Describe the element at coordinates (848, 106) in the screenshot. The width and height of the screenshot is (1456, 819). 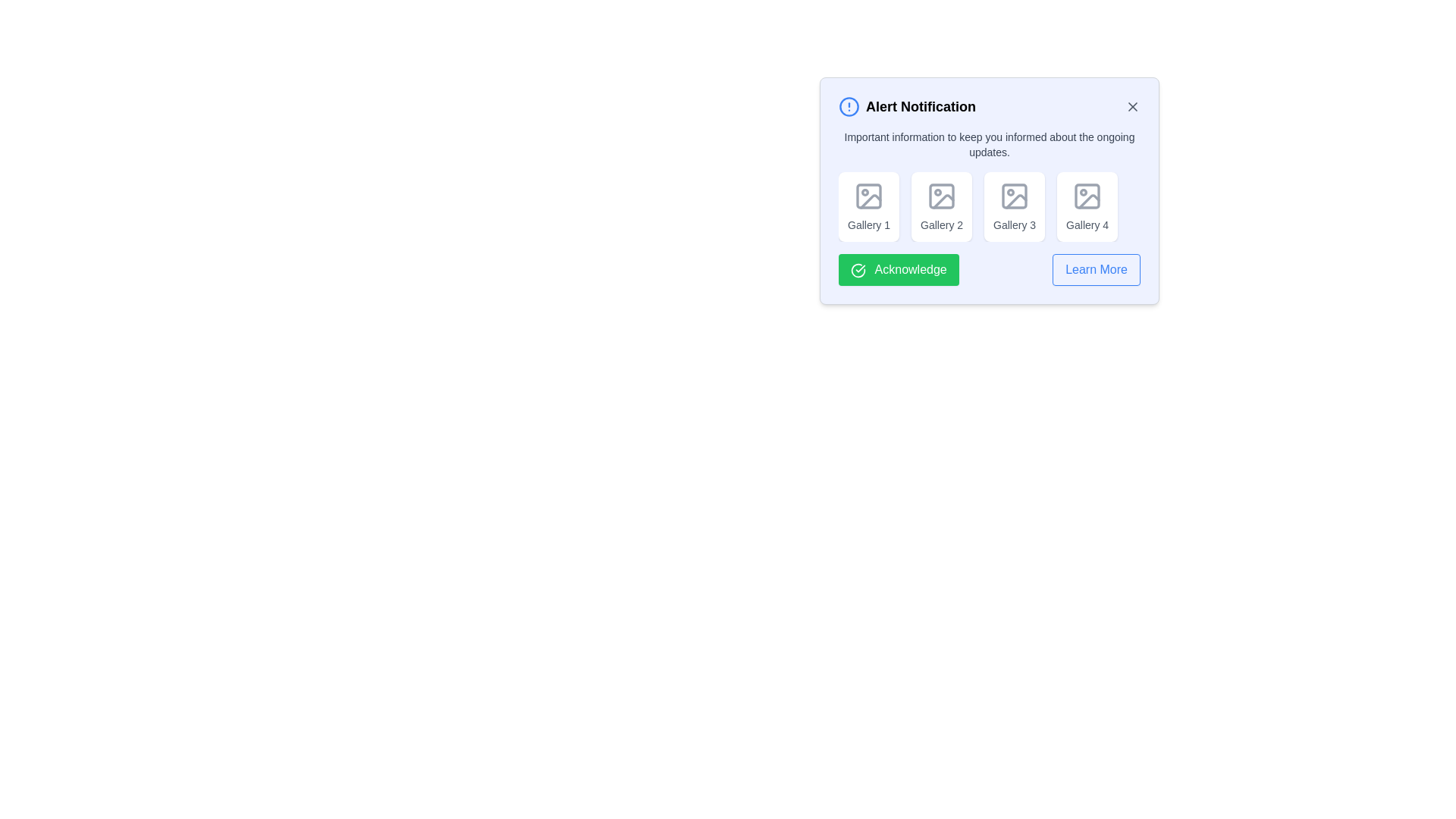
I see `the alert icon to inspect its information` at that location.